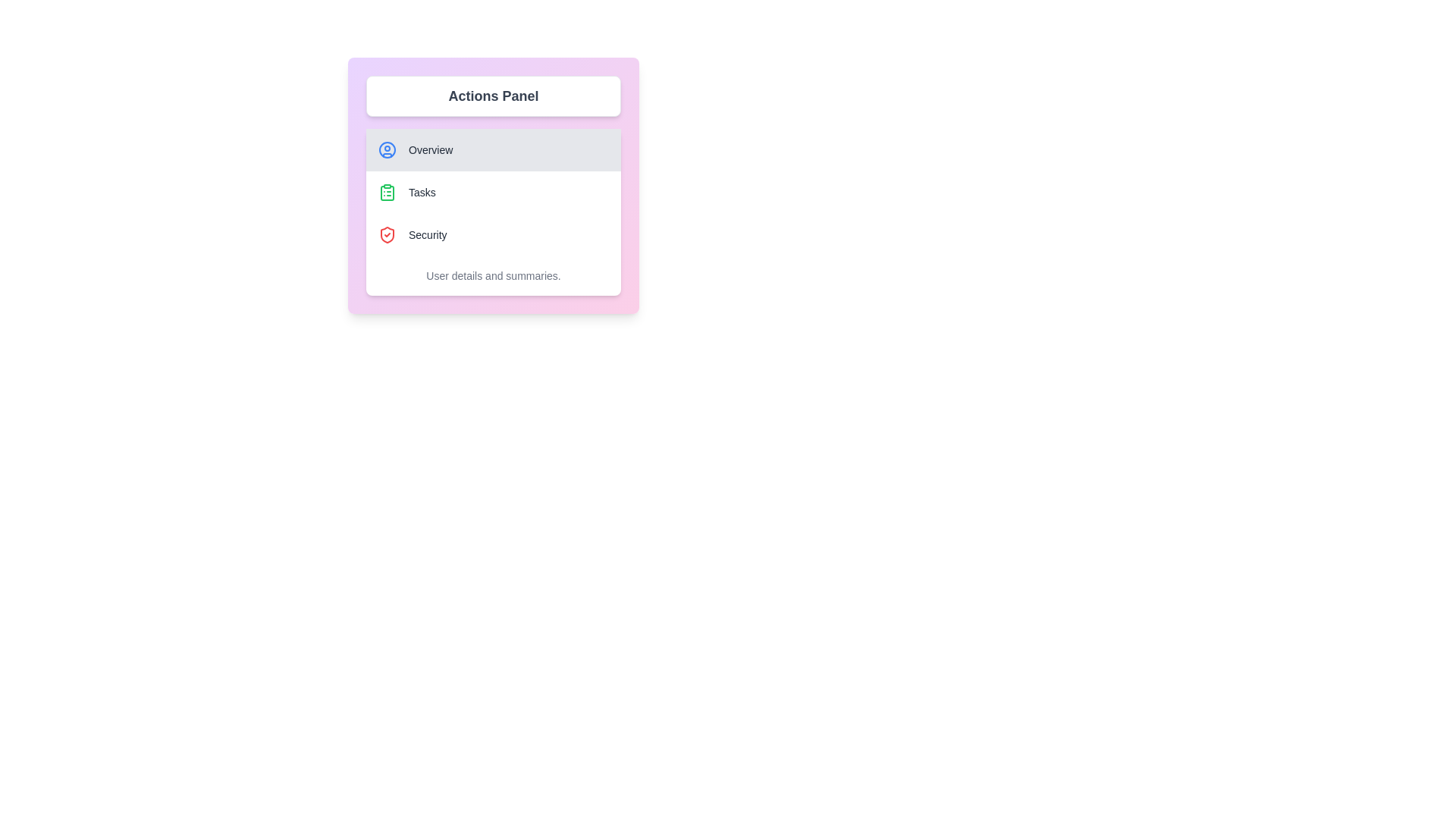 The width and height of the screenshot is (1456, 819). What do you see at coordinates (494, 192) in the screenshot?
I see `the menu option Tasks` at bounding box center [494, 192].